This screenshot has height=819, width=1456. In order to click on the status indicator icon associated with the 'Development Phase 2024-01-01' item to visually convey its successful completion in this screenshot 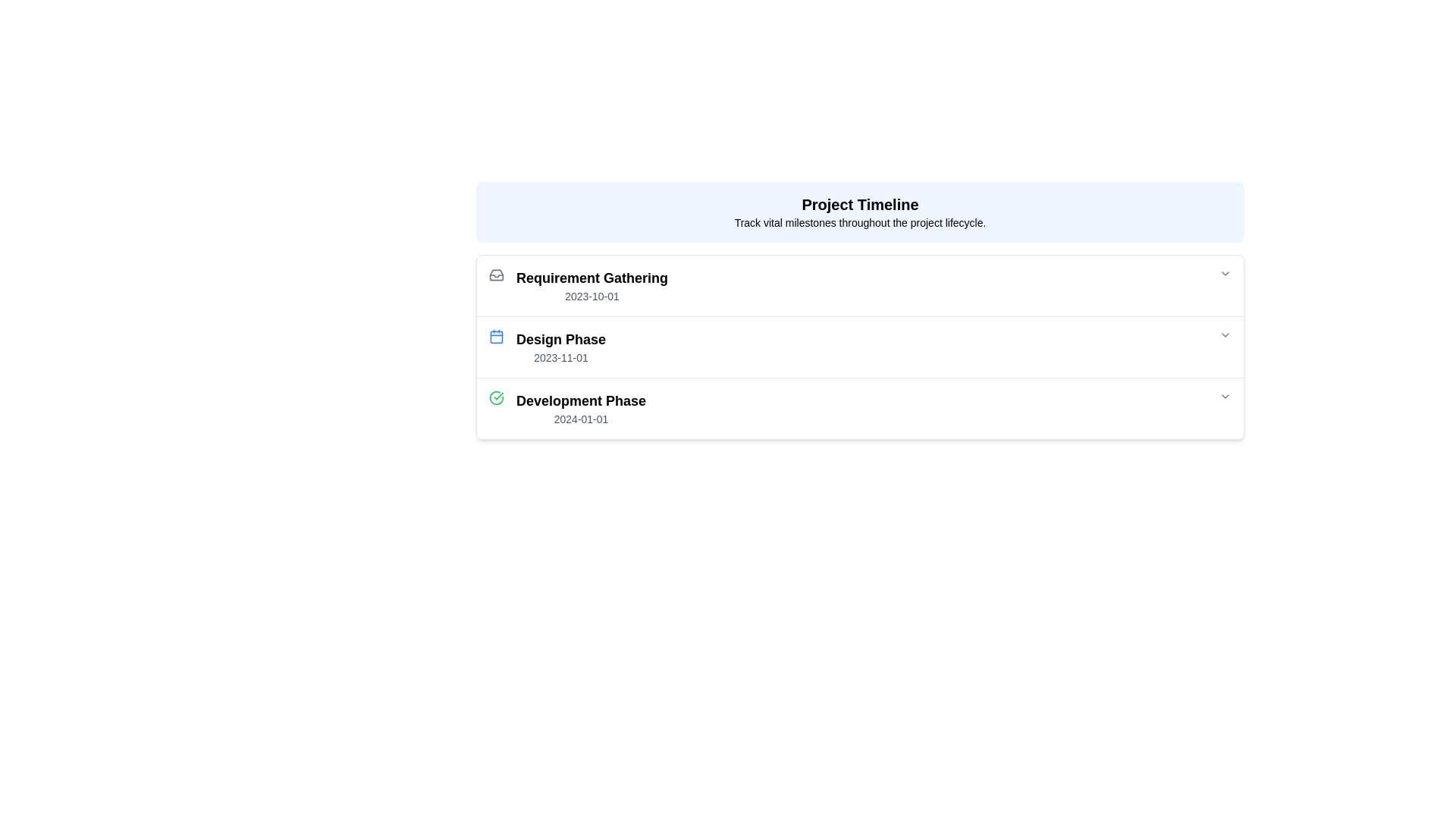, I will do `click(496, 408)`.